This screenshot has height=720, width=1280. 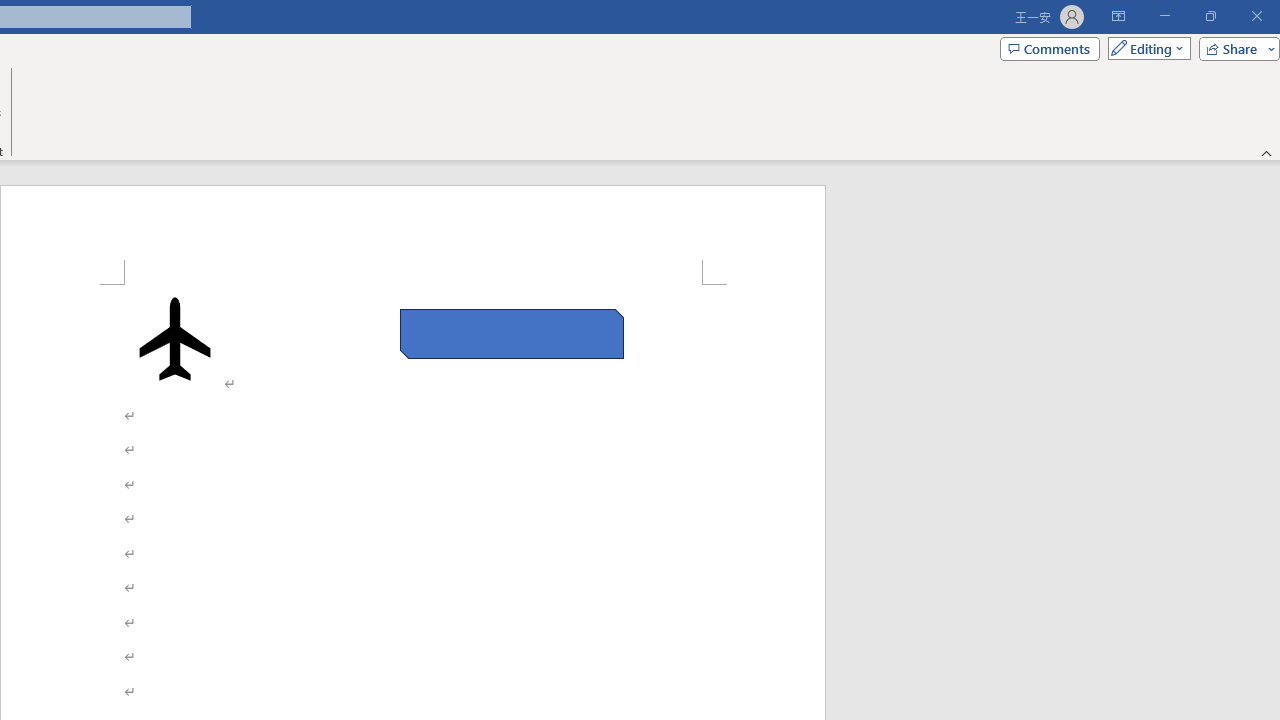 What do you see at coordinates (1048, 47) in the screenshot?
I see `'Comments'` at bounding box center [1048, 47].